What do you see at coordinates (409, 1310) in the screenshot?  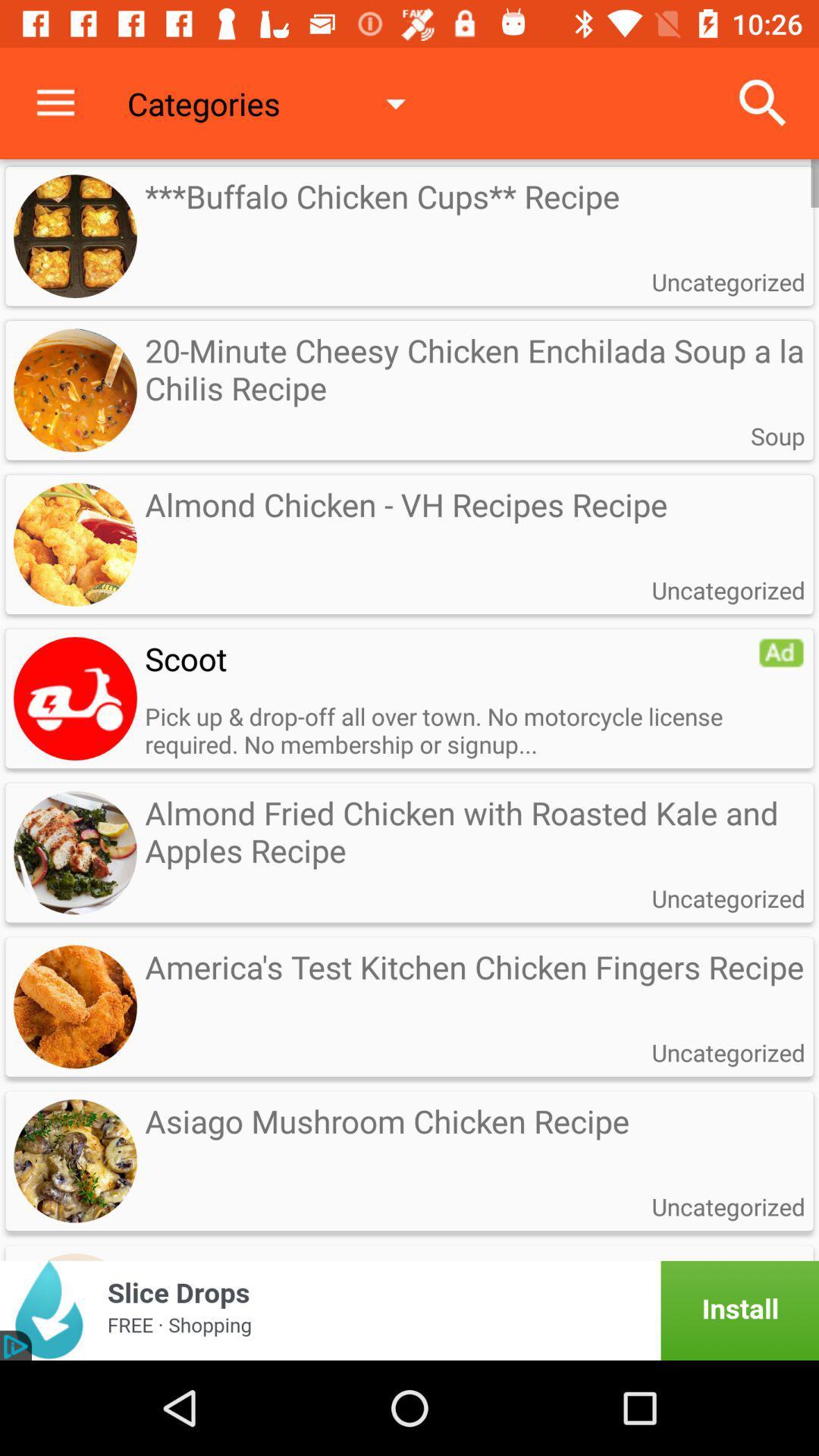 I see `click advertisement banner to install slice drops app` at bounding box center [409, 1310].